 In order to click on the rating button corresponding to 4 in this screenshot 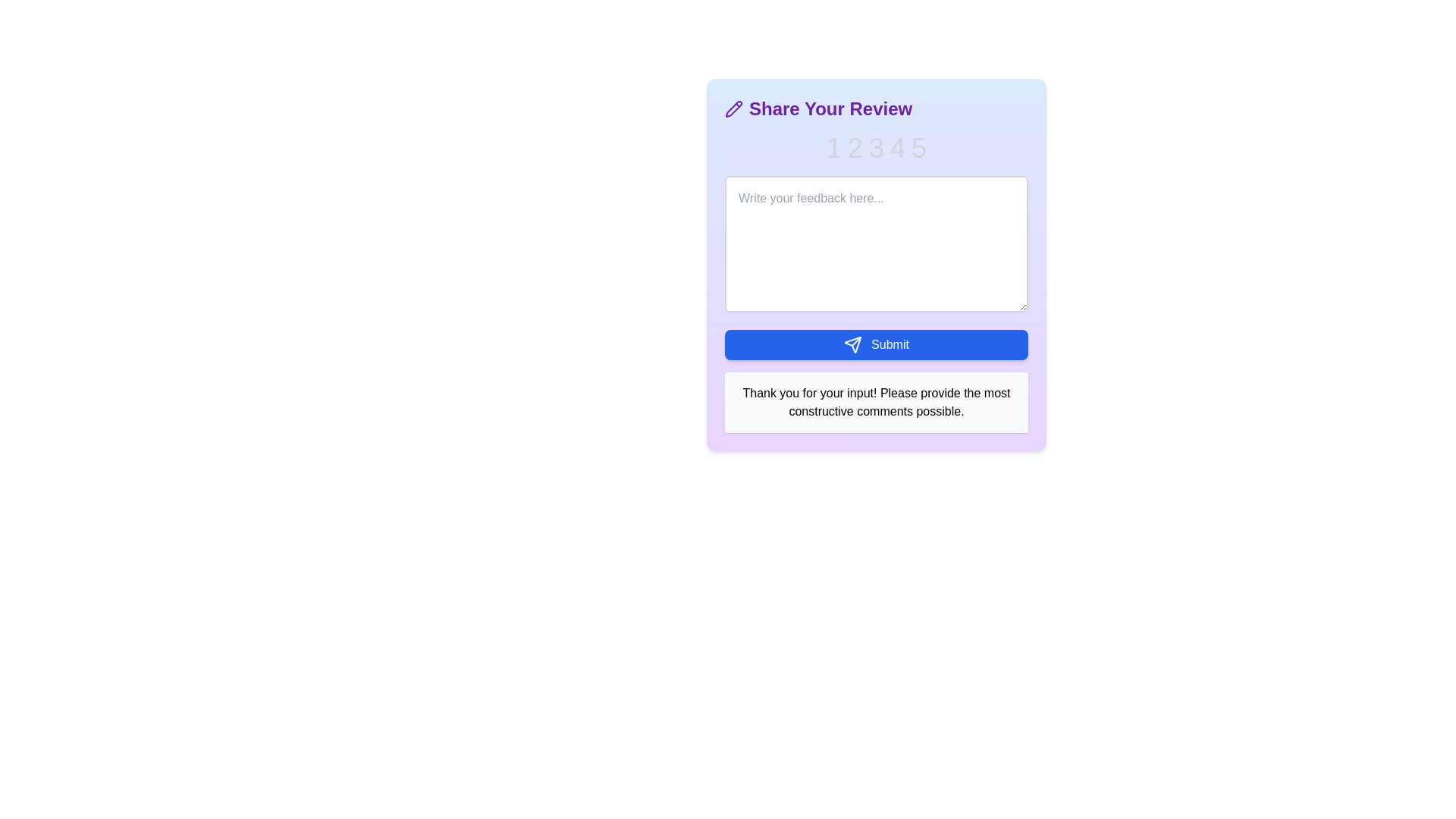, I will do `click(898, 149)`.